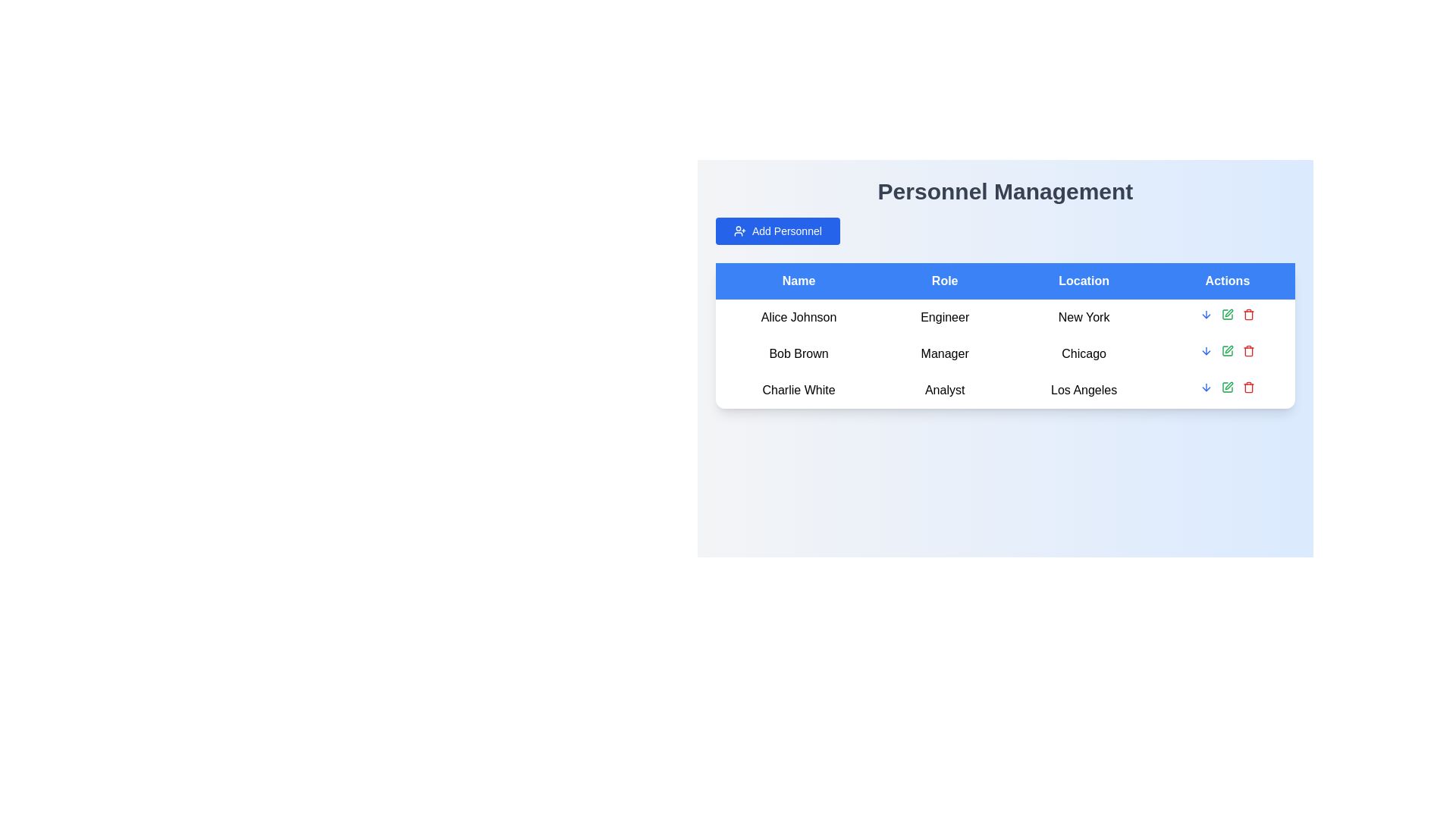 This screenshot has height=819, width=1456. What do you see at coordinates (798, 390) in the screenshot?
I see `the label displaying 'Charlie White' in the 'Name' column of the table within the 'Personnel Management' section` at bounding box center [798, 390].